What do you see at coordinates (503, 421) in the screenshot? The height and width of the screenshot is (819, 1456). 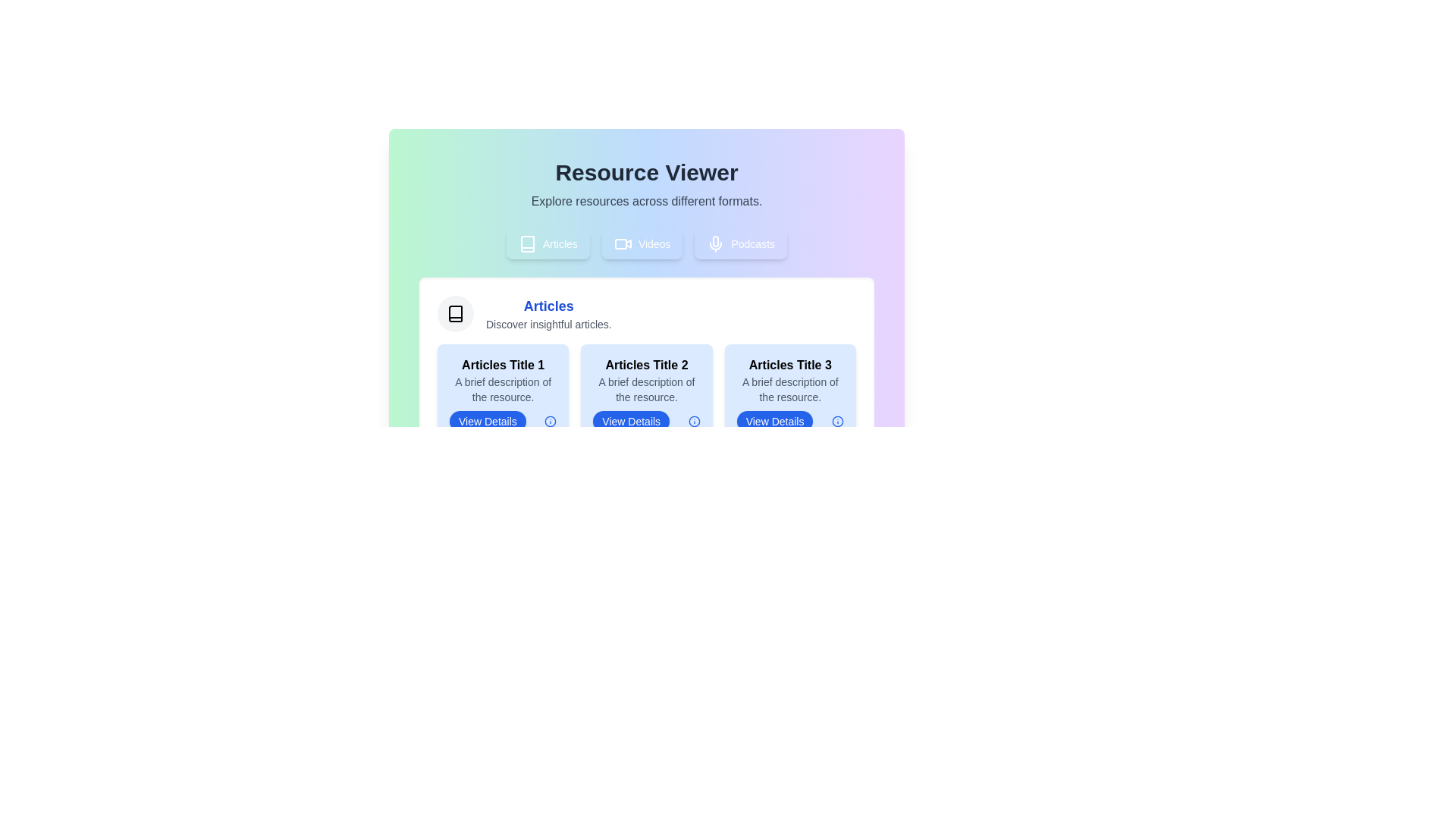 I see `the button at the bottom of the first card containing 'Articles Title 1'` at bounding box center [503, 421].